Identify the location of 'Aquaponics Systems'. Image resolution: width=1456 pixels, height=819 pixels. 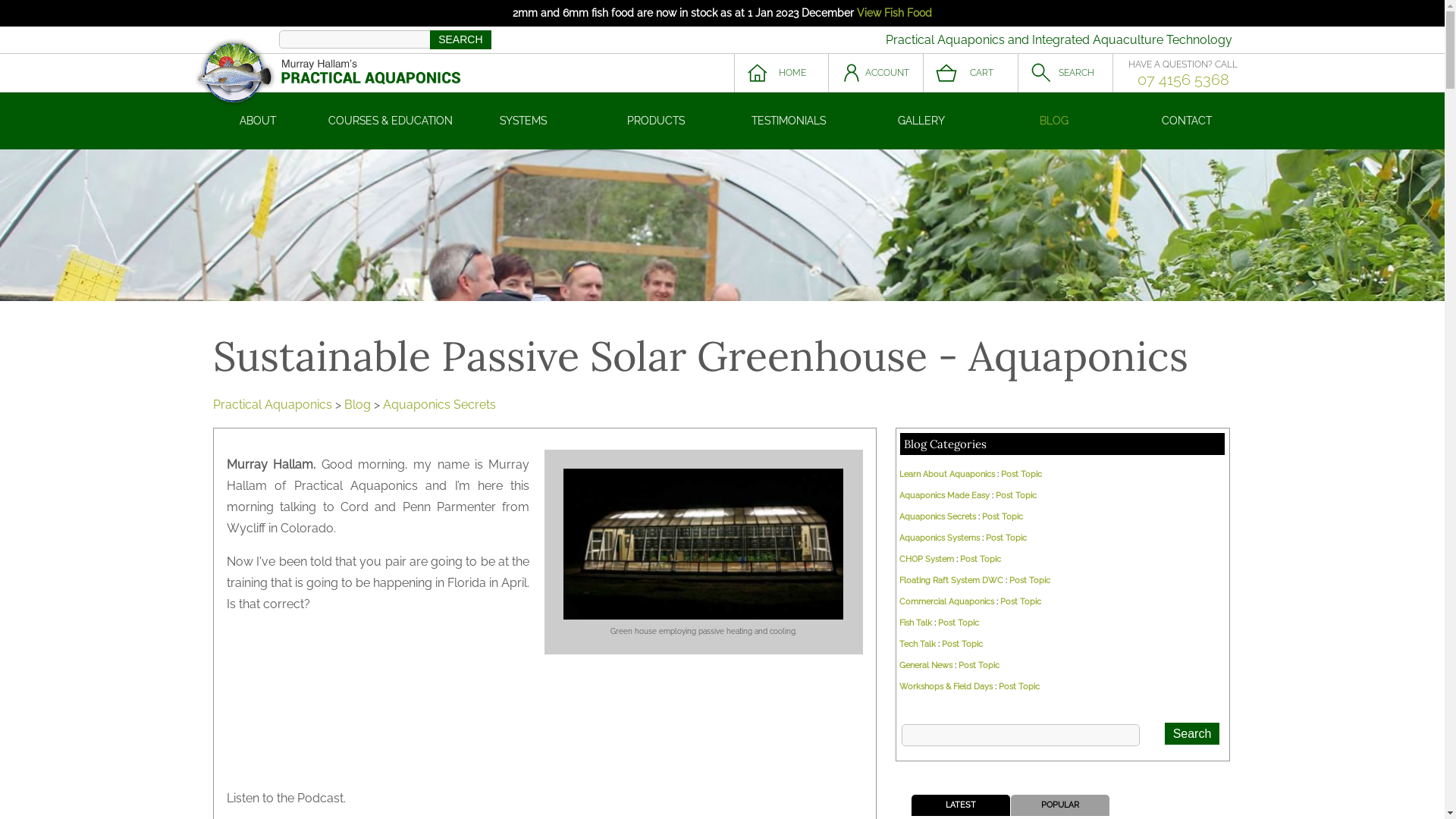
(938, 537).